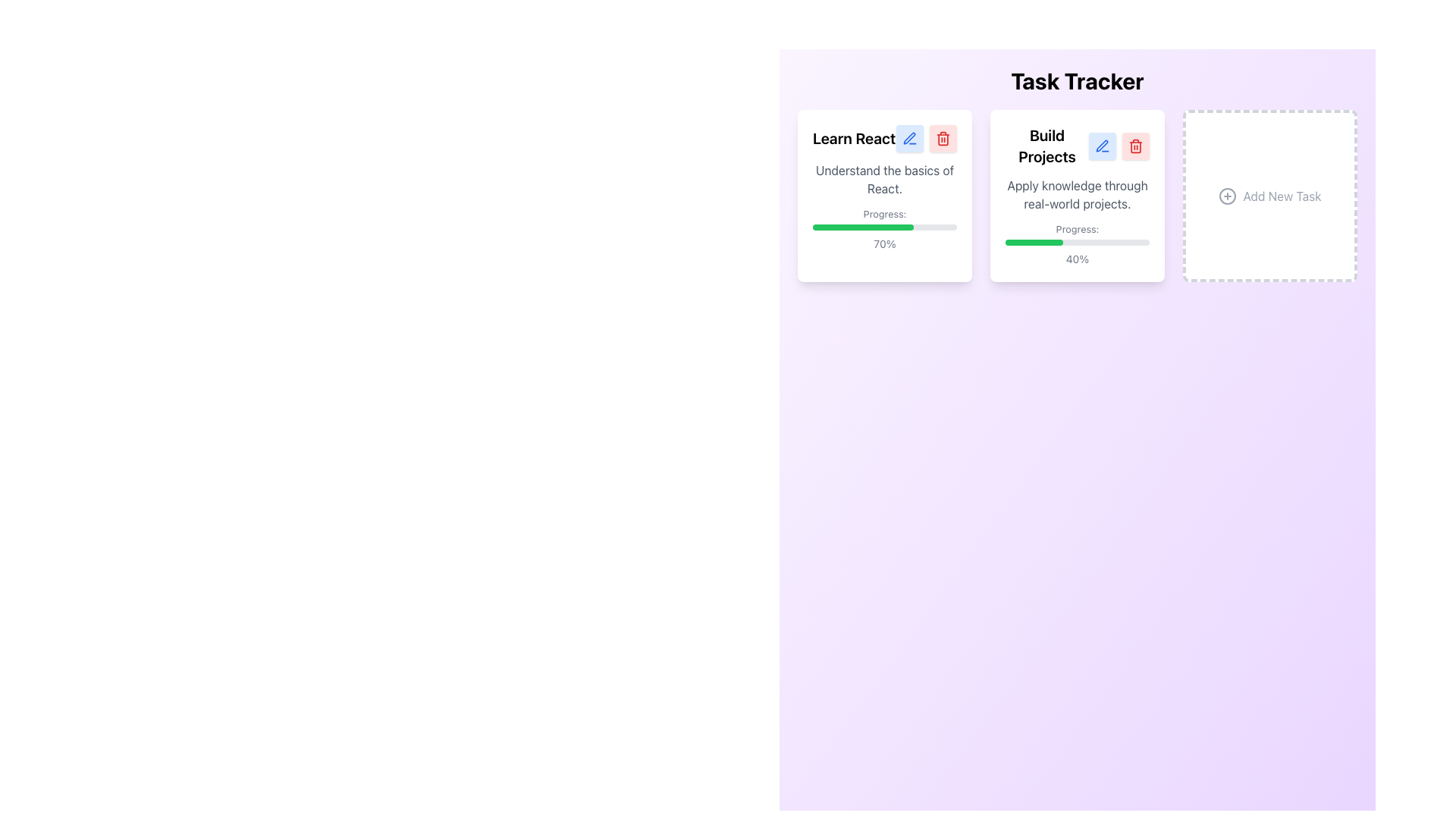 The image size is (1456, 819). What do you see at coordinates (1076, 194) in the screenshot?
I see `the text segment reading 'Apply knowledge through real-world projects.' which is styled in medium gray color, located in the second card from the left in the 'Task Tracker' interface, positioned between the card title 'Build Projects' and the progress bar` at bounding box center [1076, 194].